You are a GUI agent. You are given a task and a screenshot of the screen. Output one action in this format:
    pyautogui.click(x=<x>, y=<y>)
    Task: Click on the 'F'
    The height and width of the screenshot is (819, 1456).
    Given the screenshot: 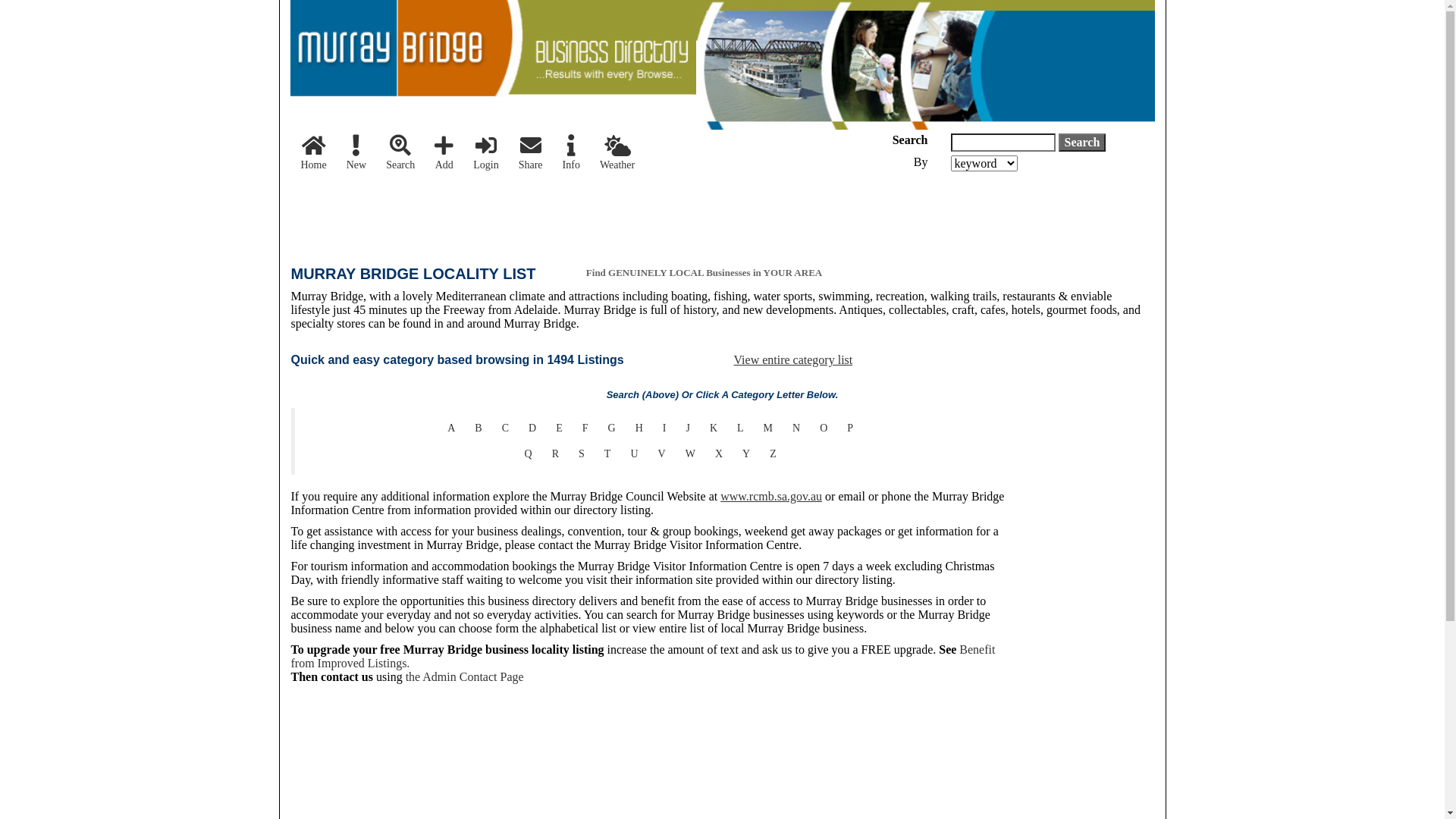 What is the action you would take?
    pyautogui.click(x=571, y=428)
    